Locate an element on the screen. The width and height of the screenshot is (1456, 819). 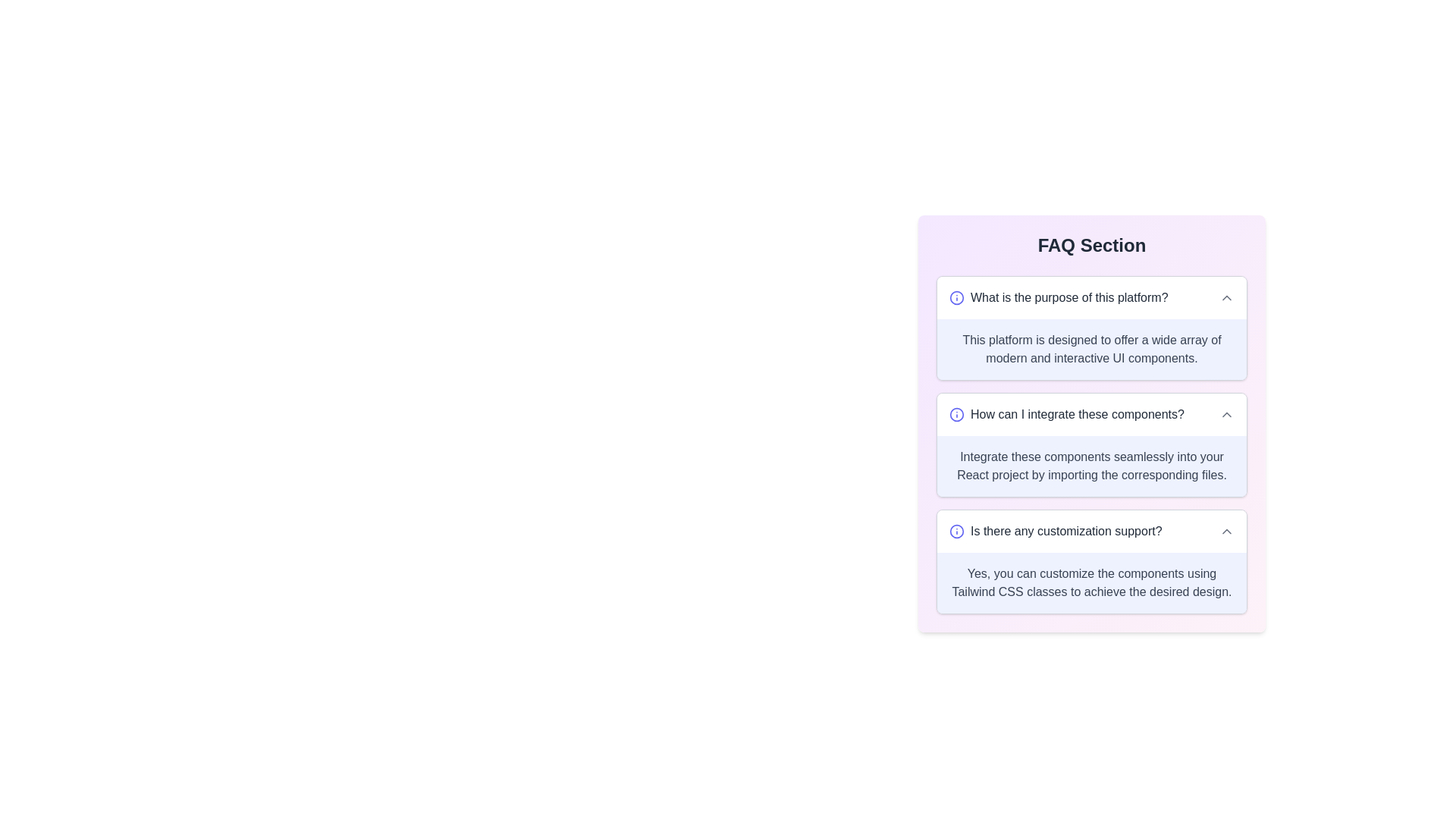
the button-like collapsible section header labeled 'Is there any customization support?' is located at coordinates (1092, 531).